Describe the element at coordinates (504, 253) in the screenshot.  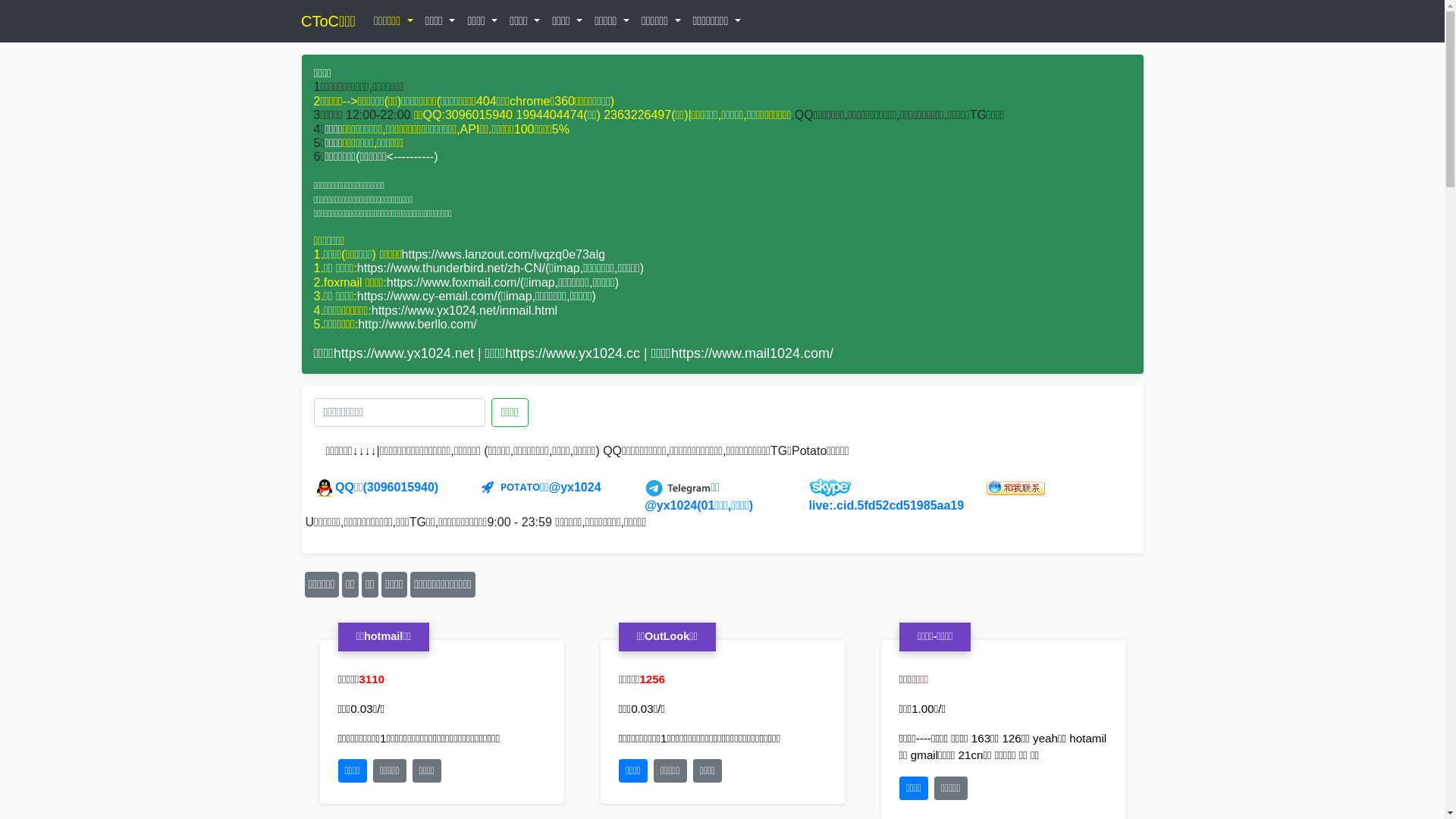
I see `'https://wws.lanzout.com/ivqzq0e73alg'` at that location.